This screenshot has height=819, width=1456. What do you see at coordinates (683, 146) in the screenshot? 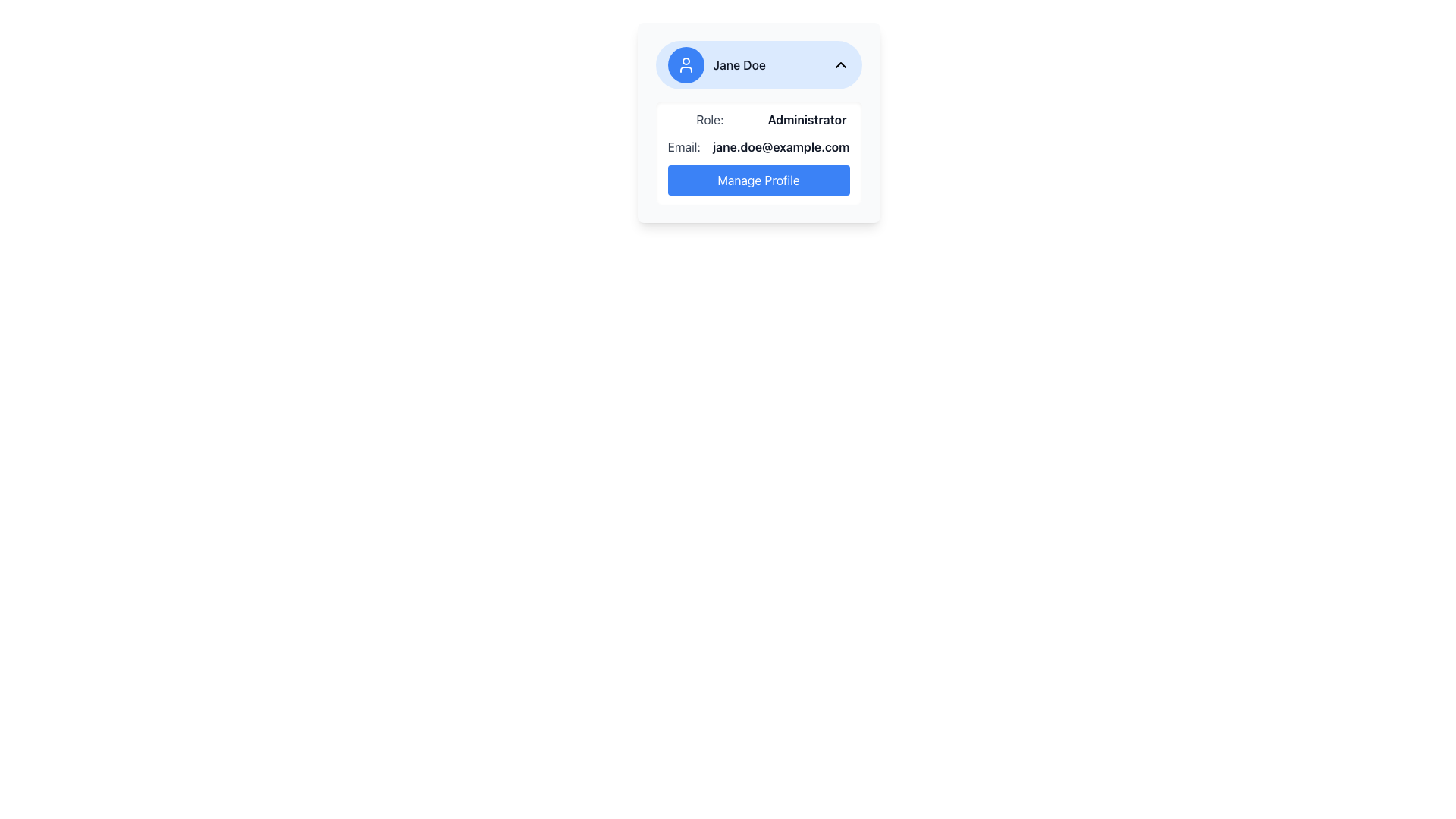
I see `the label text that indicates the meaning of the adjacent email address text field, which is located to the left of the email address 'jane.doe@example.com'` at bounding box center [683, 146].